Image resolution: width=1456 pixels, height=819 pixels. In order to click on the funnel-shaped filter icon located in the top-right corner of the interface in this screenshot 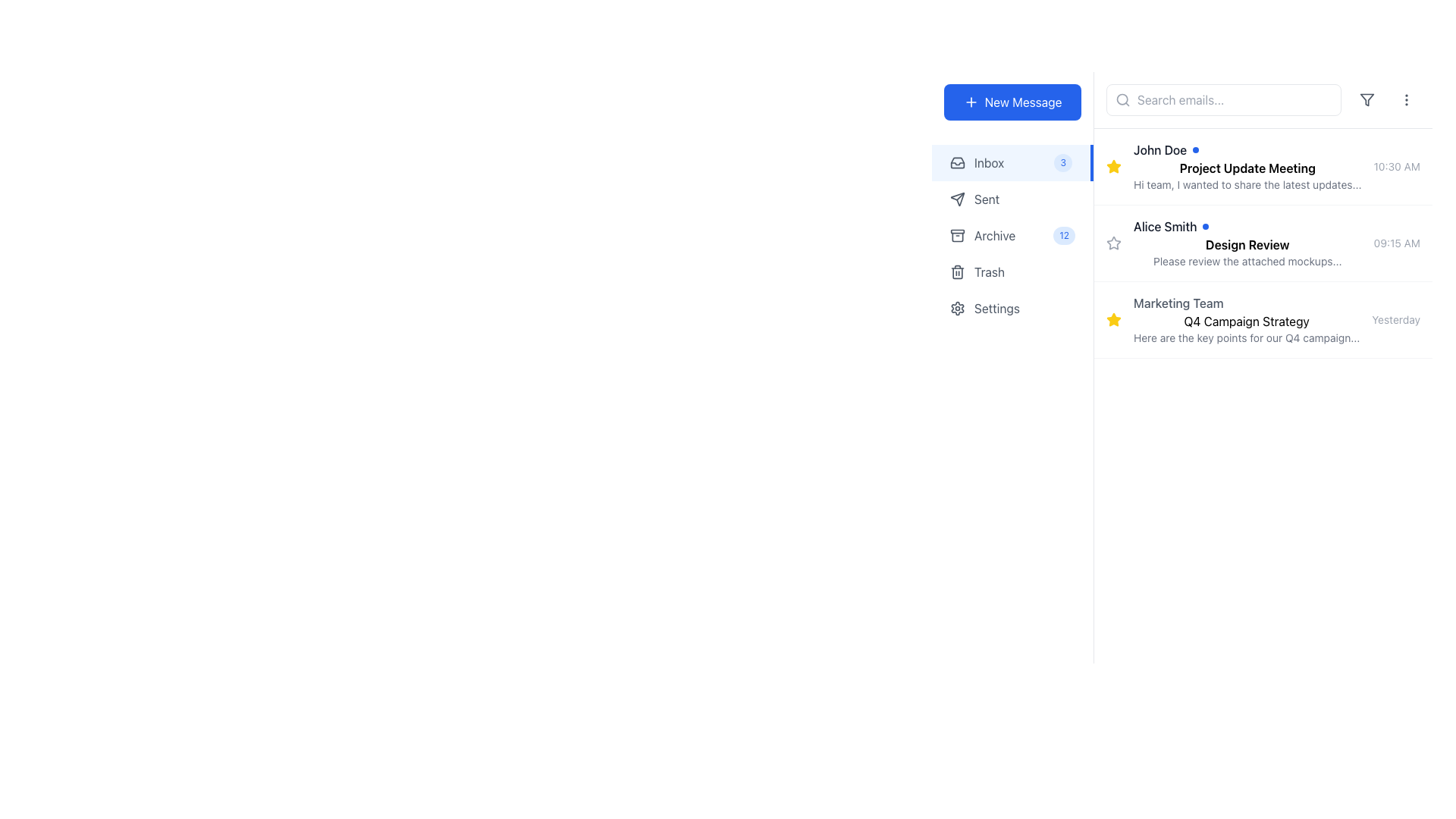, I will do `click(1367, 99)`.